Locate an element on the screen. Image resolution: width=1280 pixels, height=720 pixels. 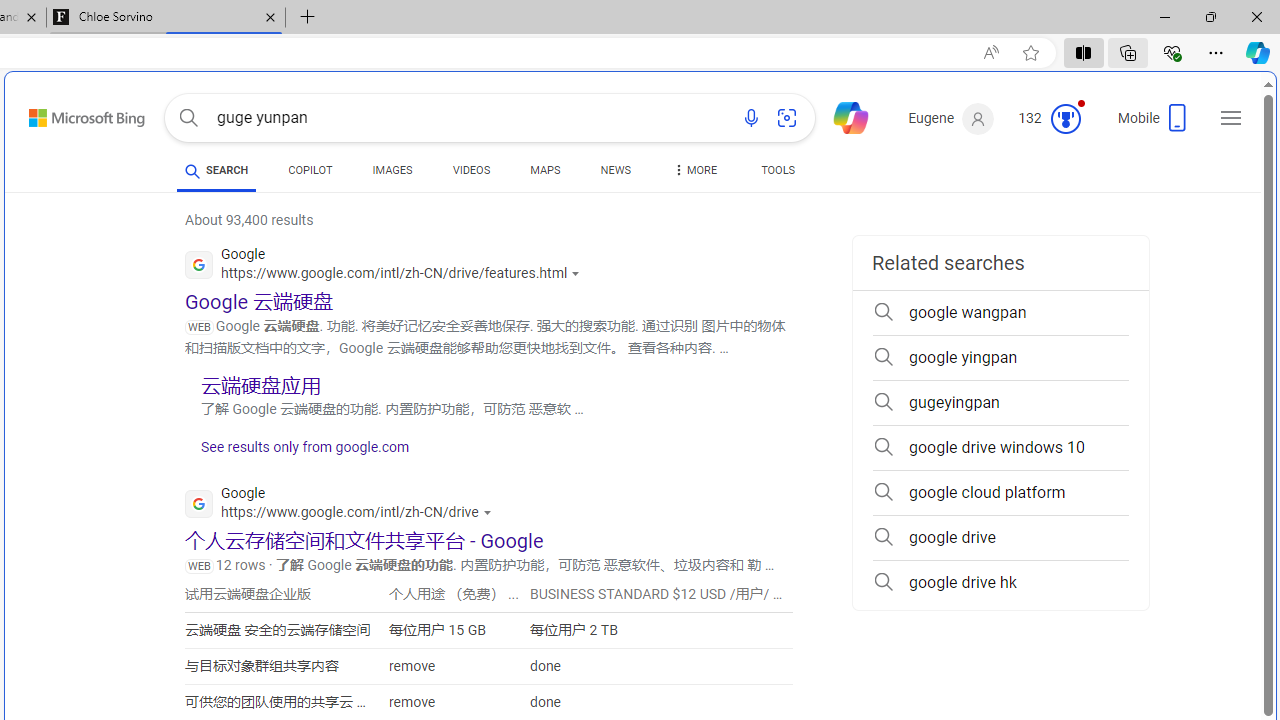
'gugeyingpan' is located at coordinates (1000, 402).